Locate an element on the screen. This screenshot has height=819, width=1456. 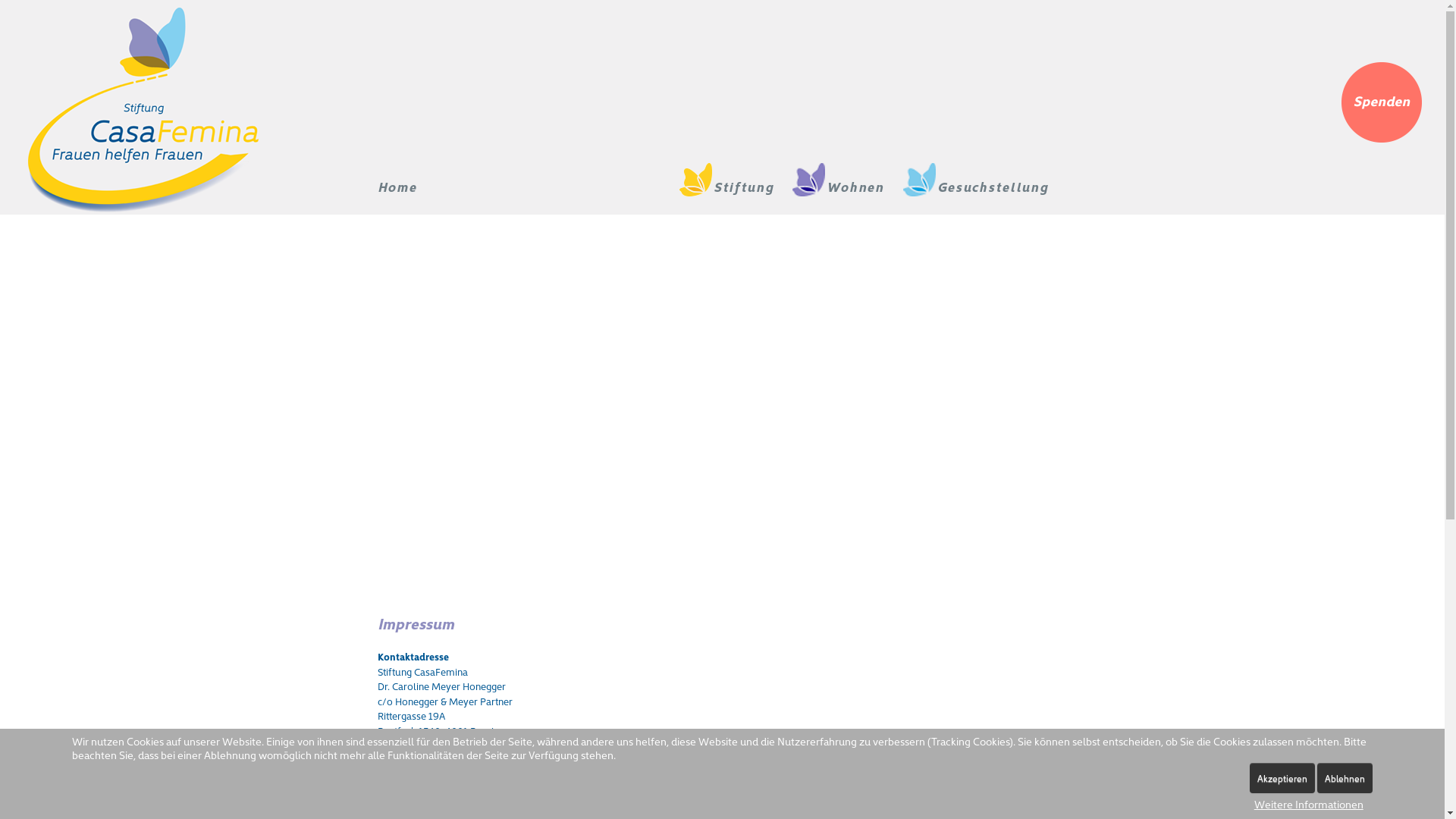
'Home' is located at coordinates (378, 186).